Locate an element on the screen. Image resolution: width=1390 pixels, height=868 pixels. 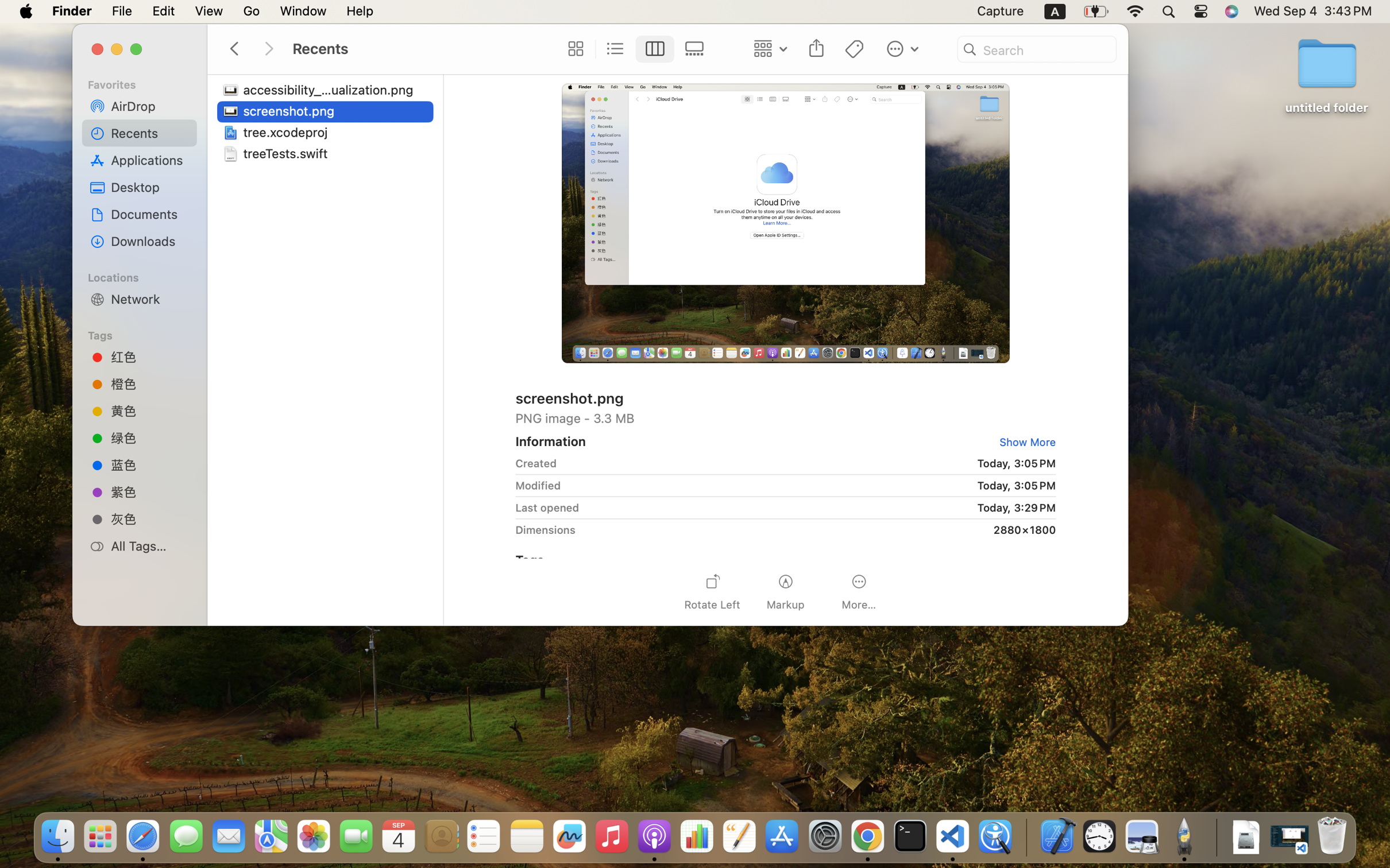
'Dimensions' is located at coordinates (546, 529).